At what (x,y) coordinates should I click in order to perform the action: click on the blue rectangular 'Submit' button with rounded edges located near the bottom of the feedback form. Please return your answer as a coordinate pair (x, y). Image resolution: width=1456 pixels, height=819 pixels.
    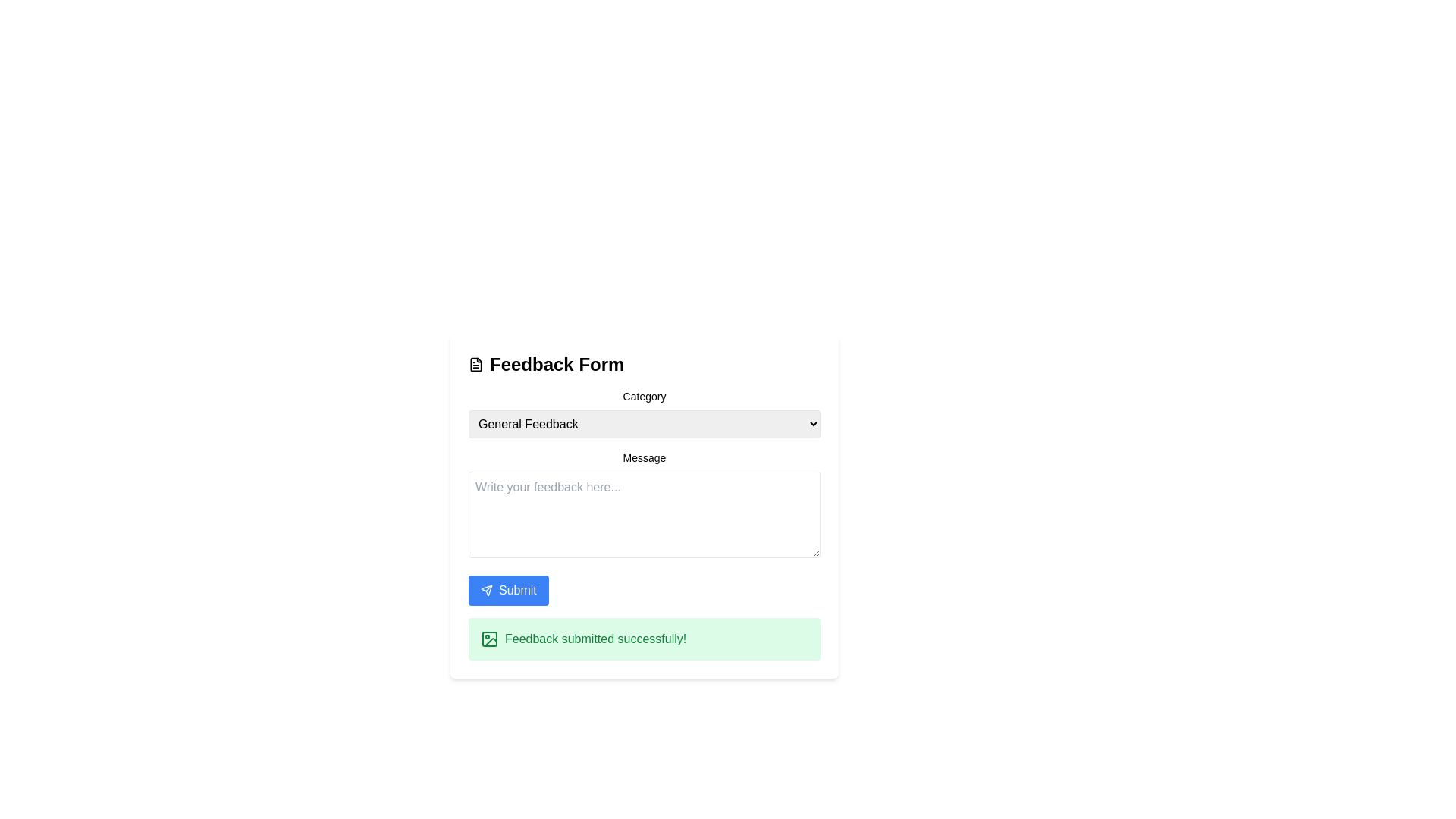
    Looking at the image, I should click on (508, 590).